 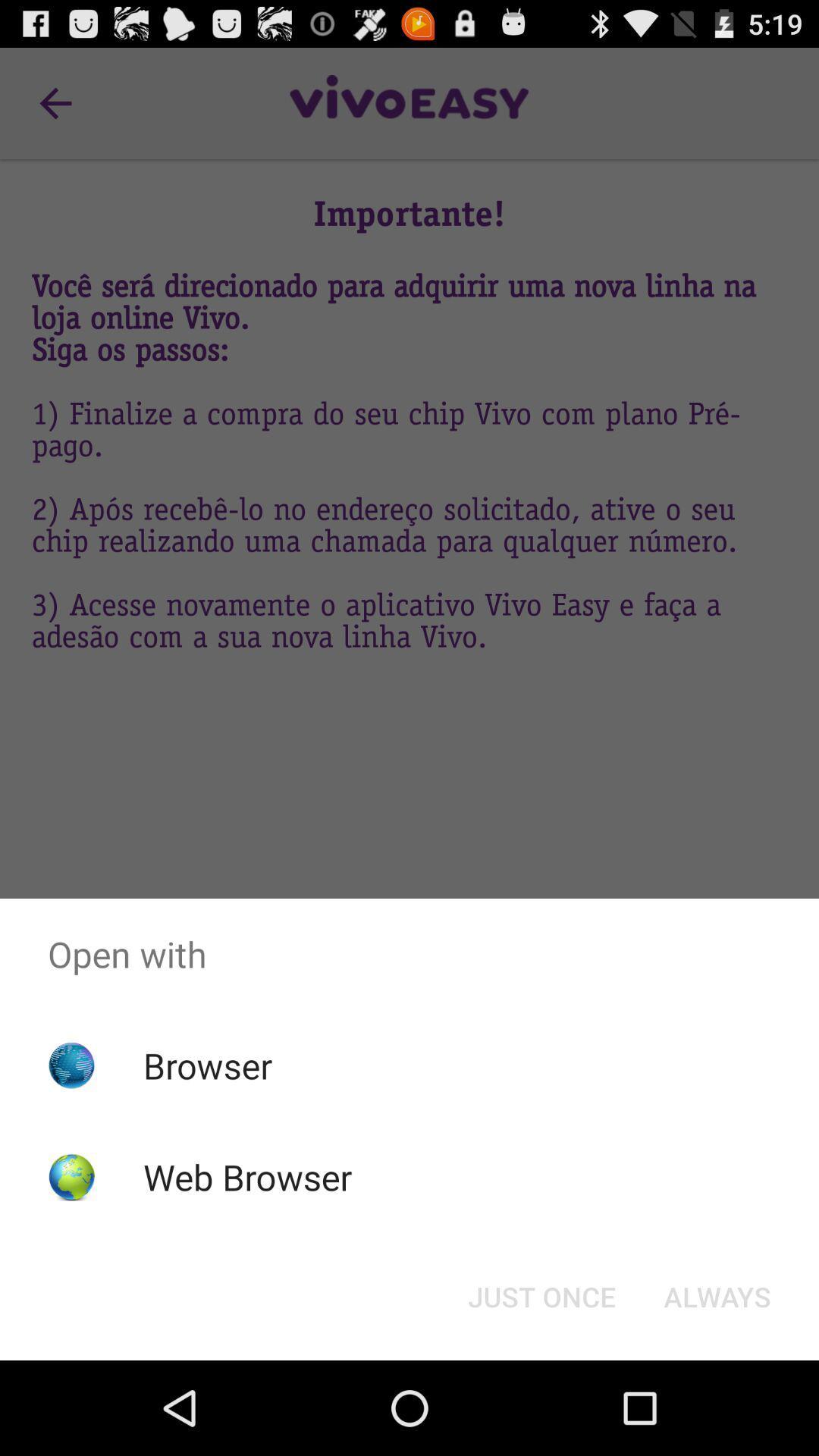 What do you see at coordinates (717, 1295) in the screenshot?
I see `the always item` at bounding box center [717, 1295].